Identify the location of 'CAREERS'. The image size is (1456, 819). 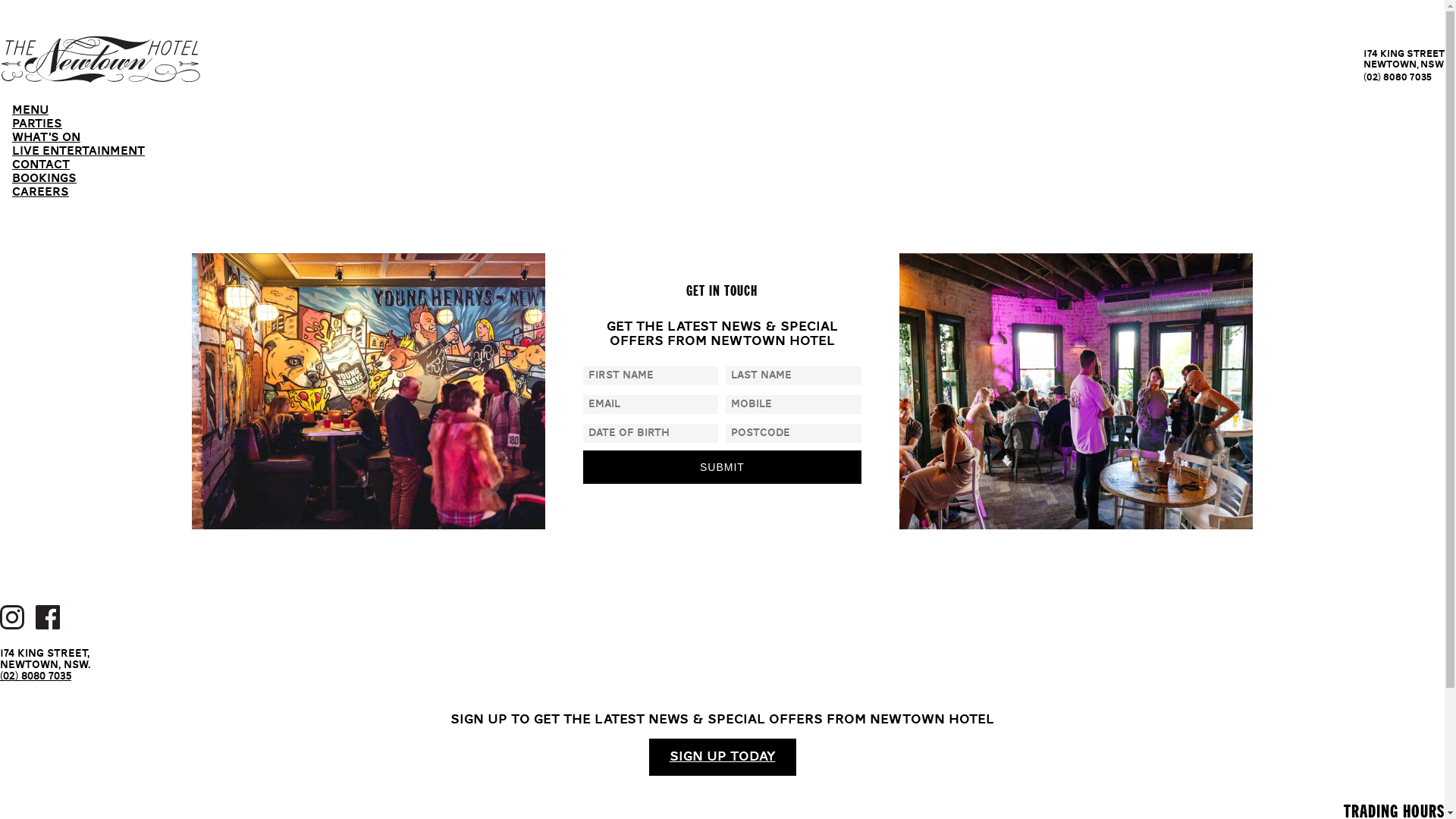
(40, 192).